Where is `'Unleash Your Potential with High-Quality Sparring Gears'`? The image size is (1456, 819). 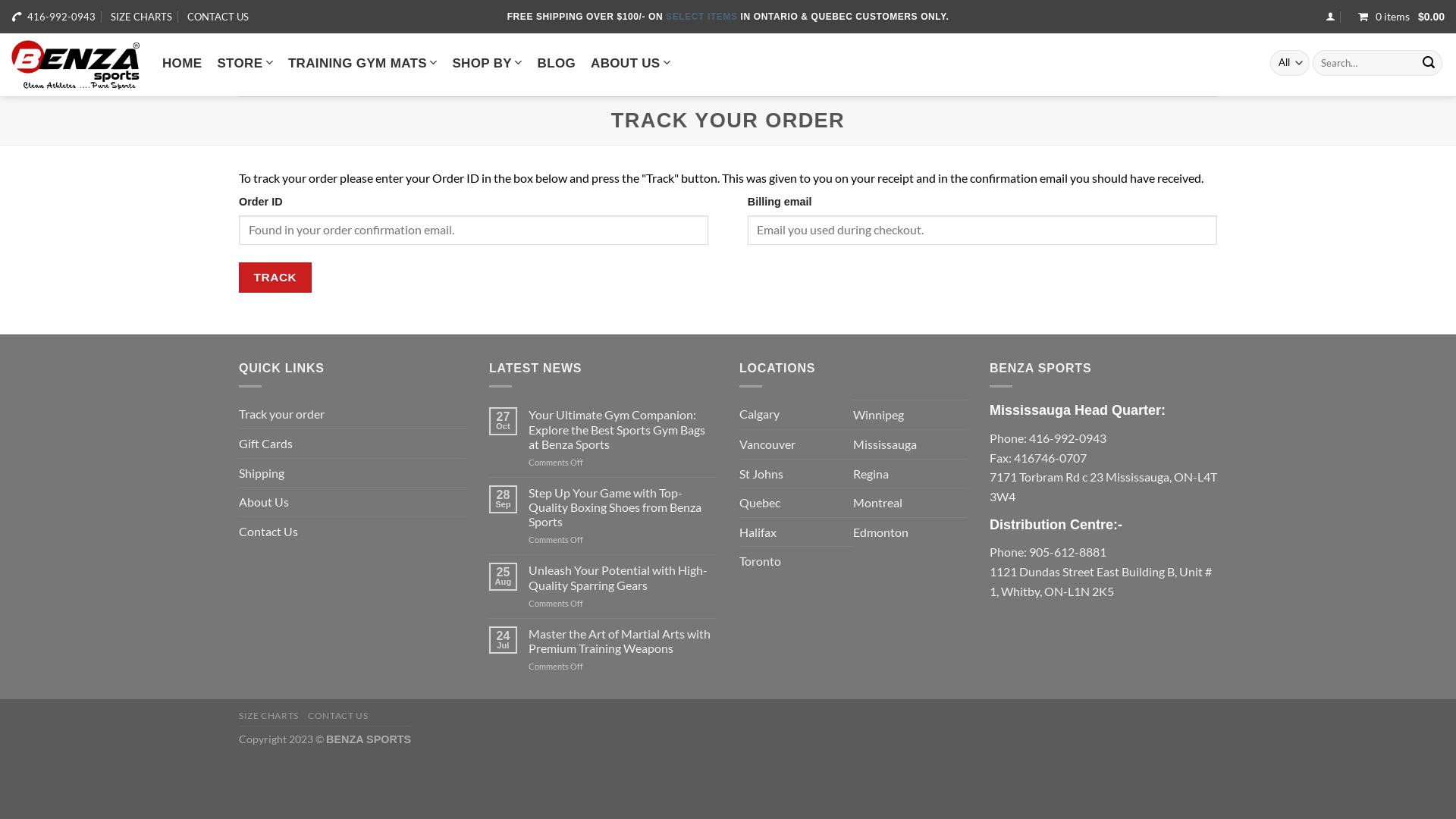
'Unleash Your Potential with High-Quality Sparring Gears' is located at coordinates (622, 576).